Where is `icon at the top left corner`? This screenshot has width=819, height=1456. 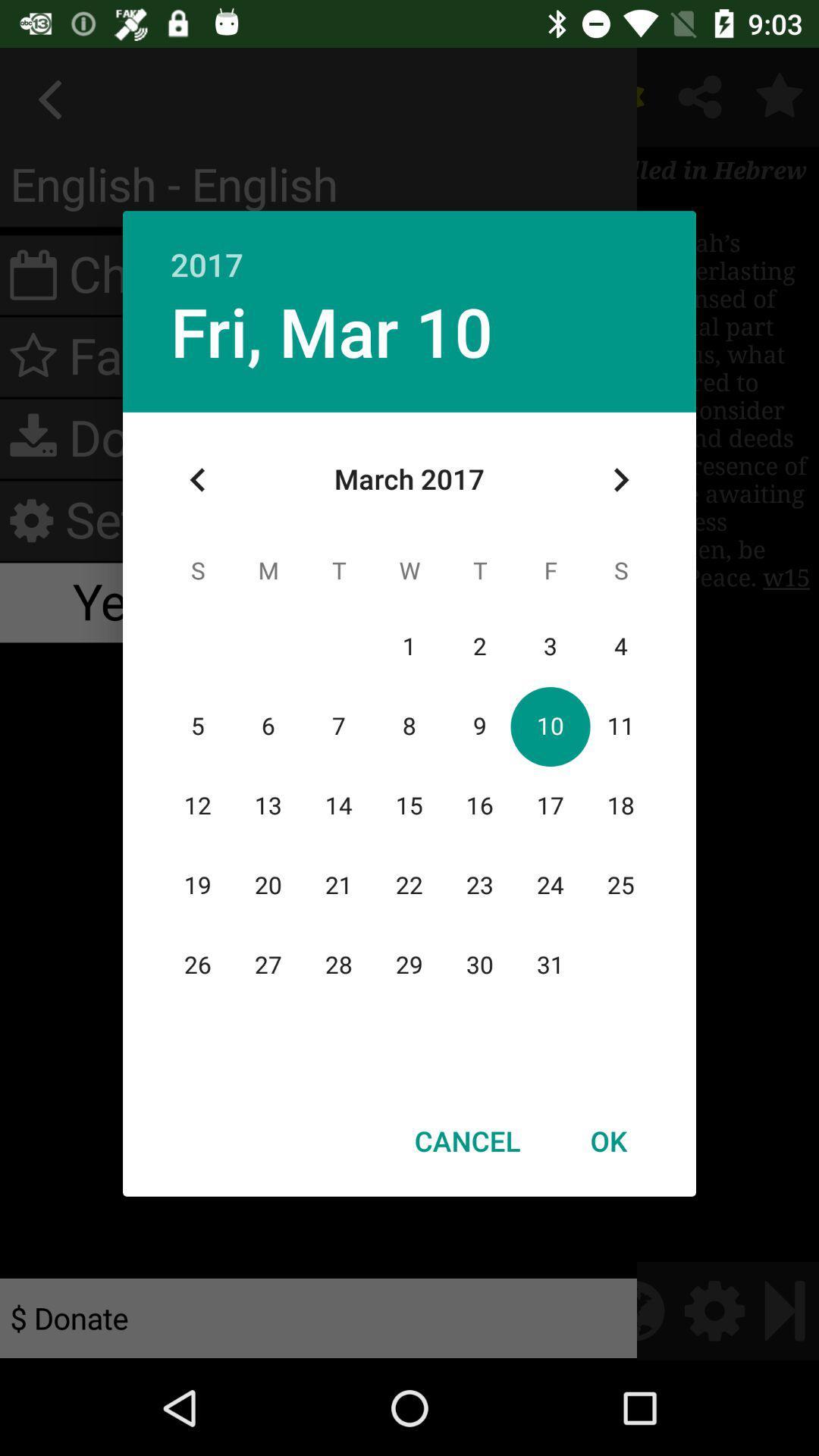
icon at the top left corner is located at coordinates (197, 479).